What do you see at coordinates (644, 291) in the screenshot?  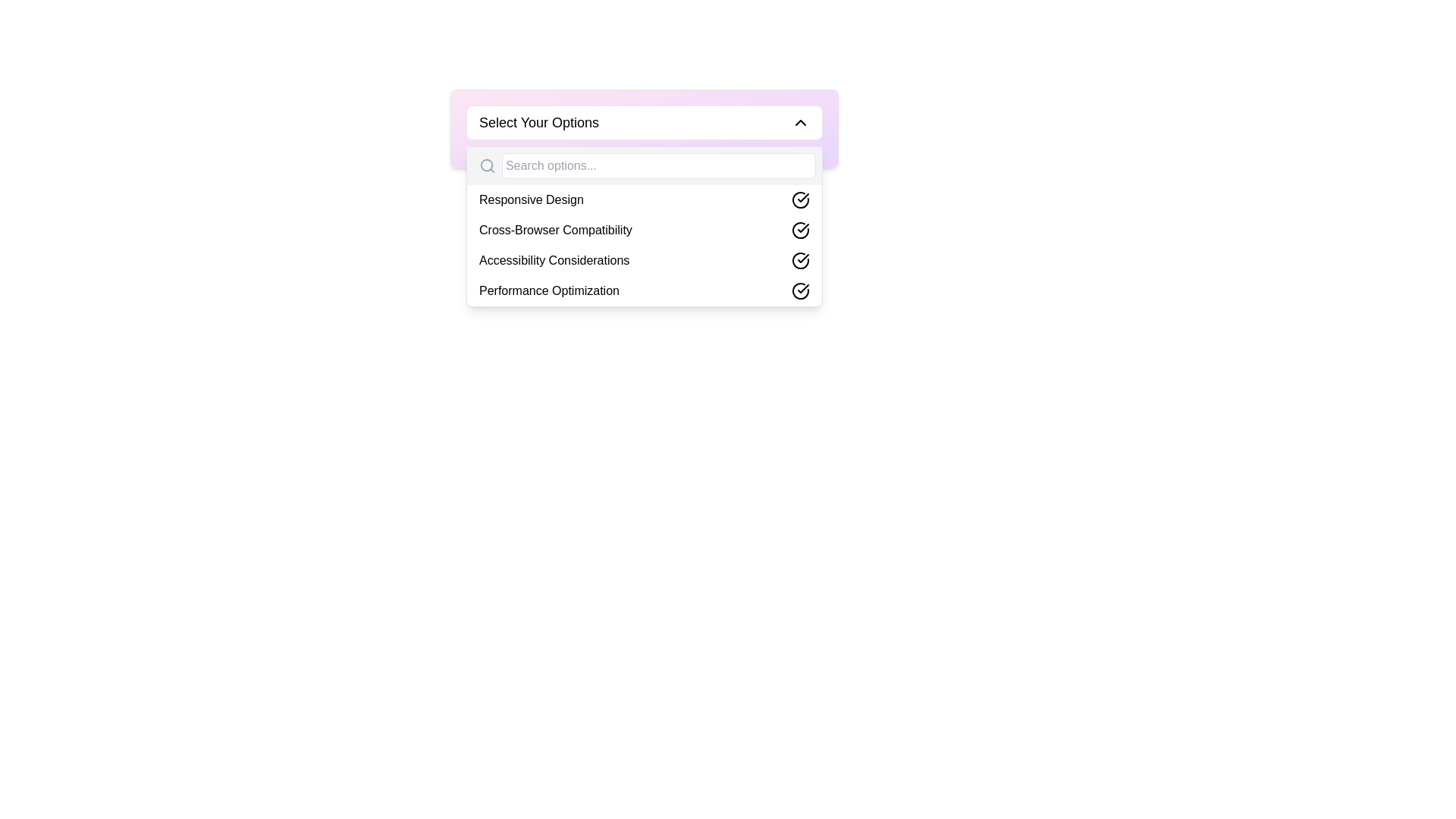 I see `the 'Performance Optimization' selectable list item with a checkbox in the dropdown menu labeled 'Select Your Options'` at bounding box center [644, 291].